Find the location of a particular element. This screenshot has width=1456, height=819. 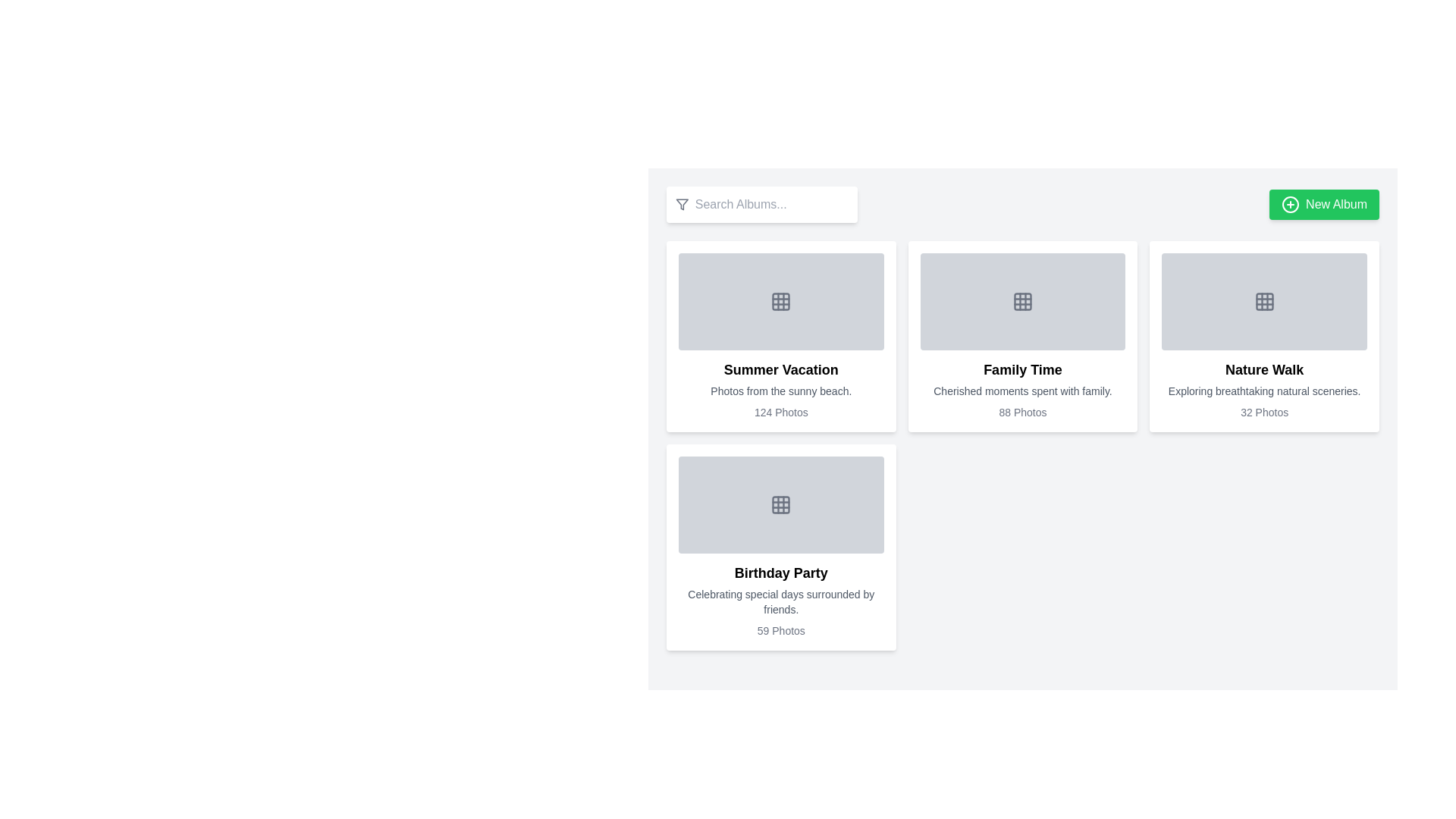

the Text block that describes the 'Nature Walk' photo album, which is positioned below the title and above the '32 Photos' label is located at coordinates (1264, 391).